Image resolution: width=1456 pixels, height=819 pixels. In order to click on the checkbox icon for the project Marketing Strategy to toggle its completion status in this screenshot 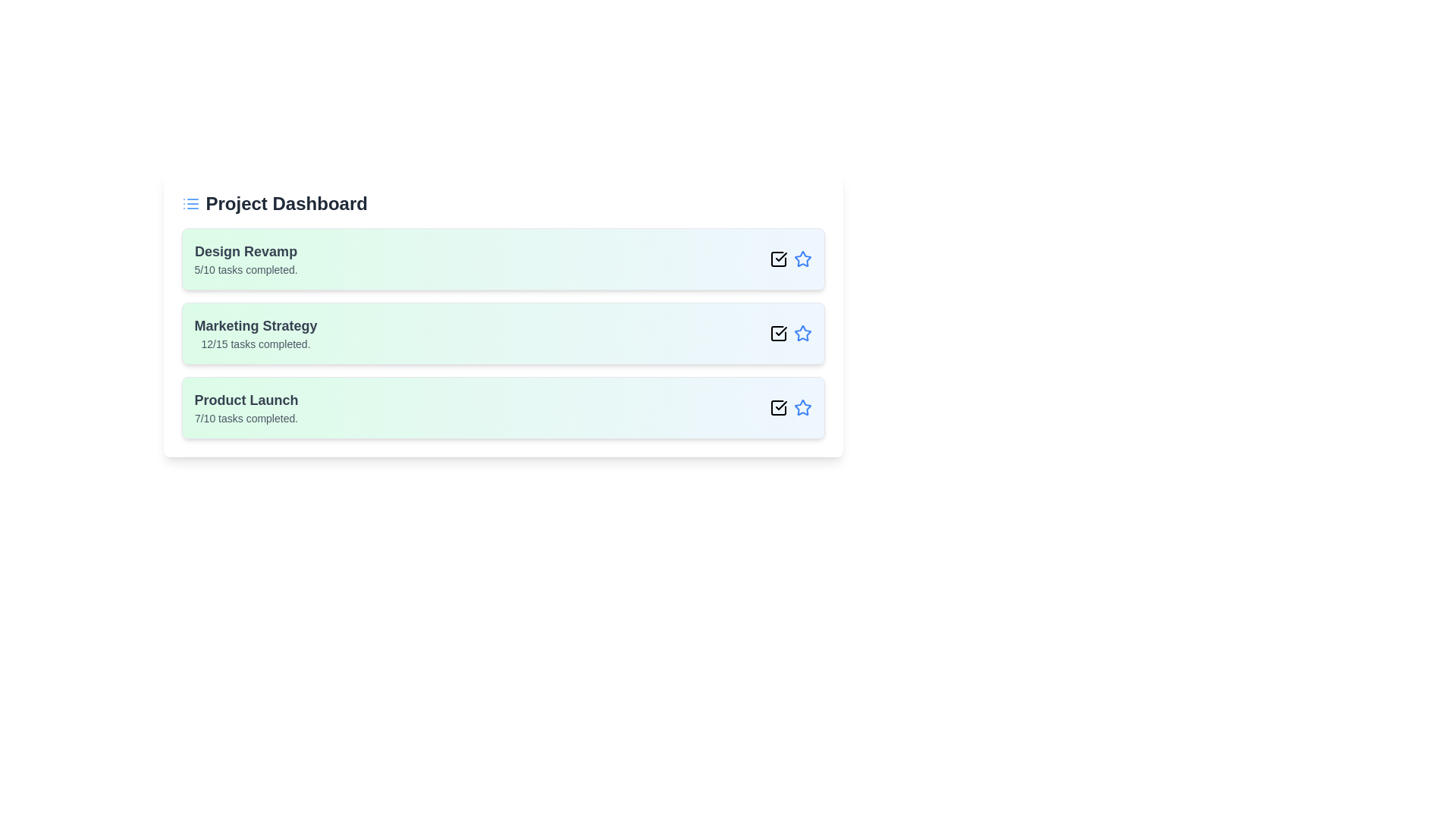, I will do `click(778, 332)`.